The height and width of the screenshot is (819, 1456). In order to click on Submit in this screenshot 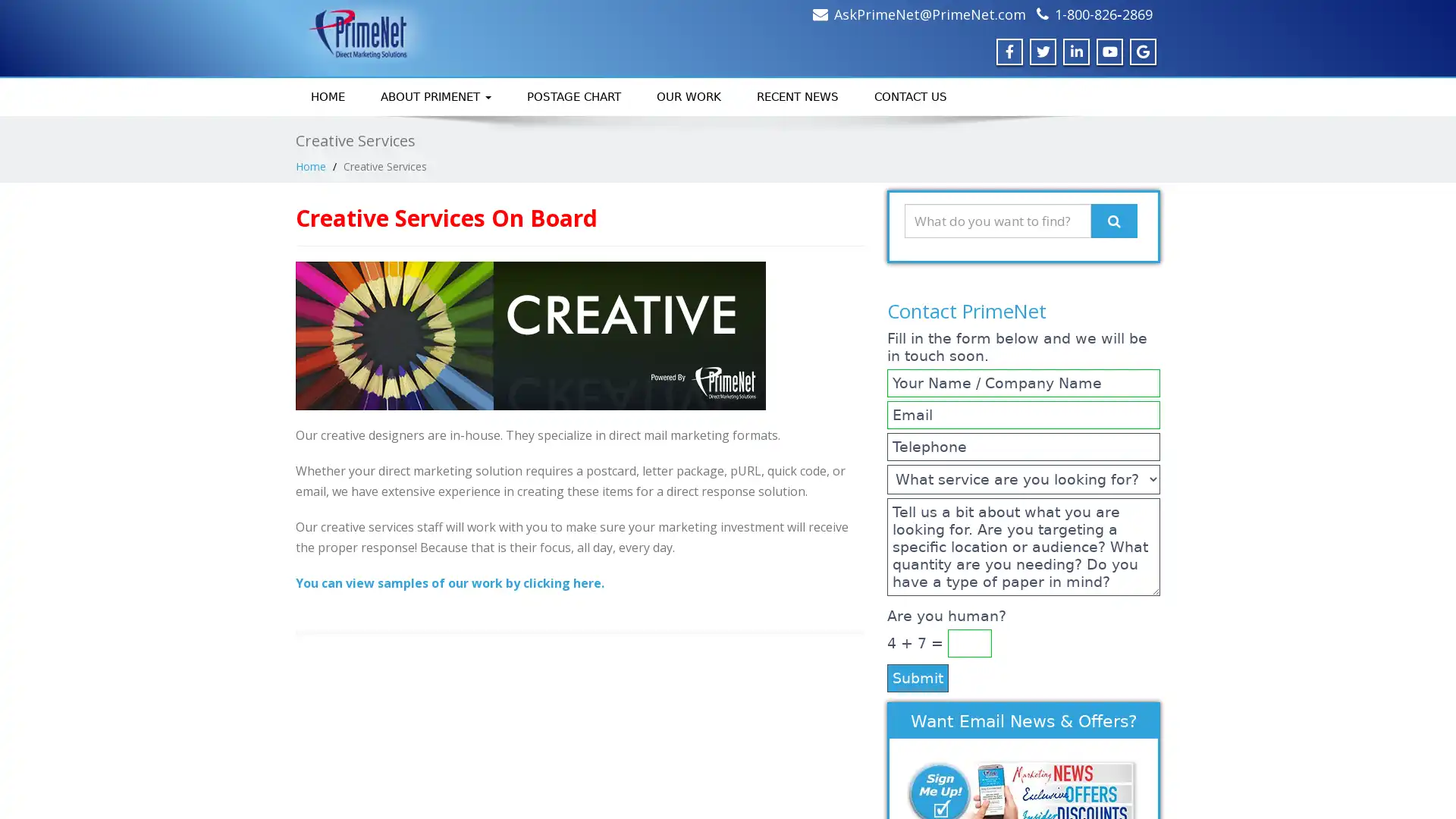, I will do `click(917, 676)`.